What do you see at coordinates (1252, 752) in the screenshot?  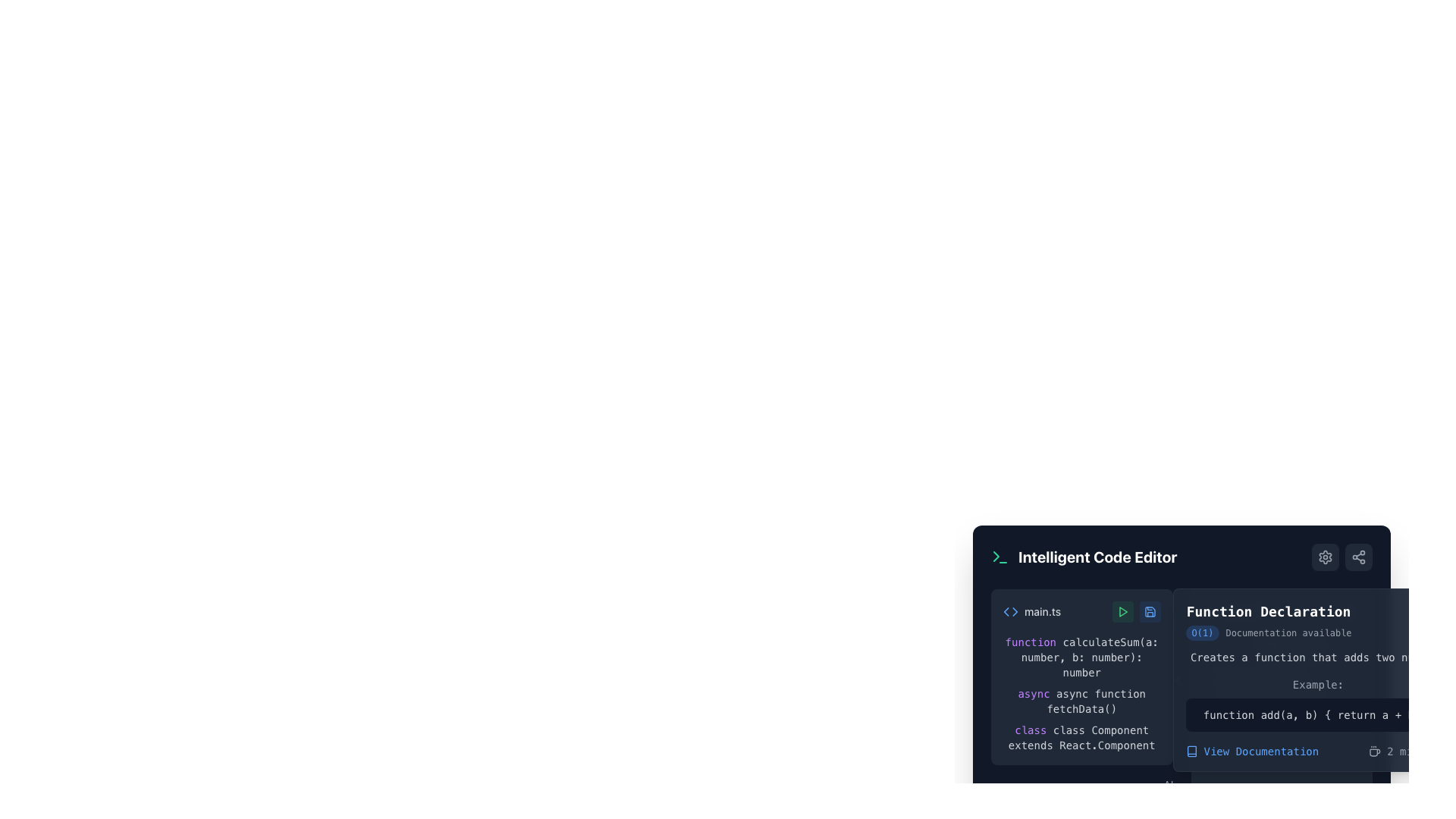 I see `the stylized hyperlink labeled 'View Documentation' with an open book icon` at bounding box center [1252, 752].